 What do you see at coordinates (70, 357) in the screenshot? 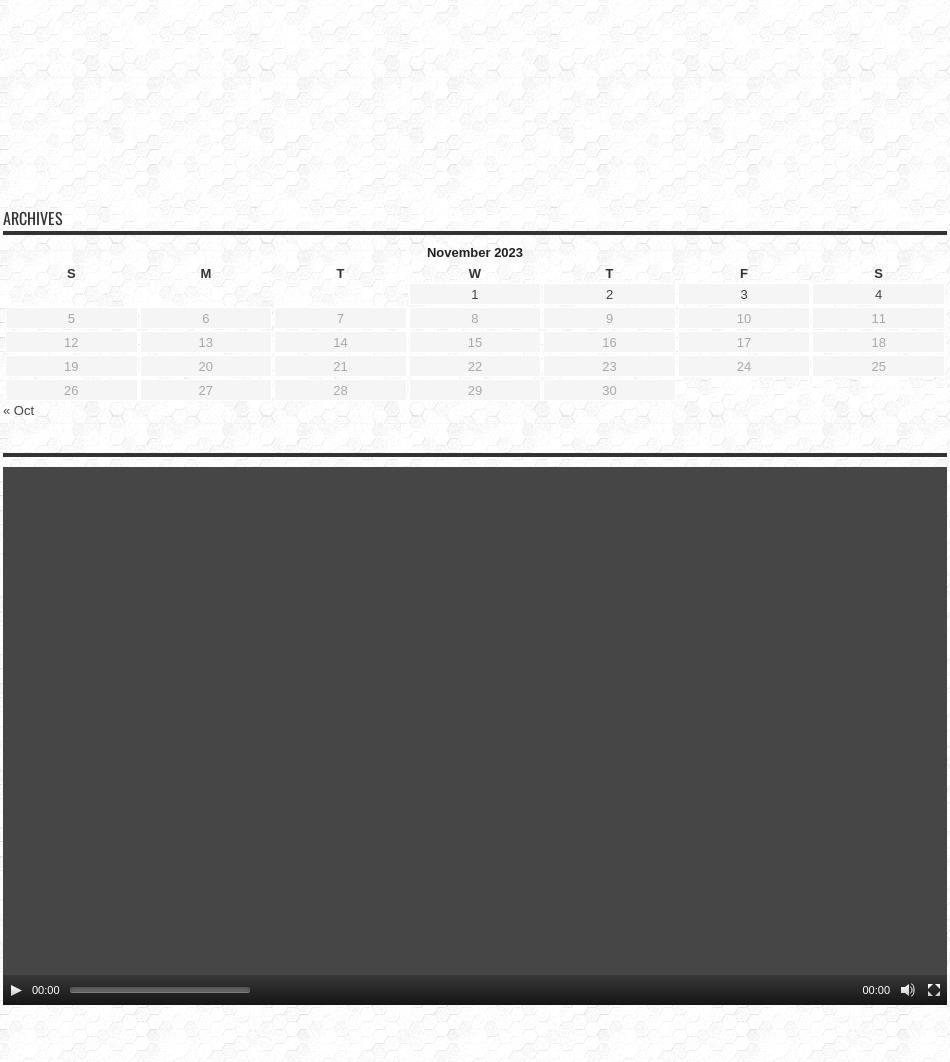
I see `'26'` at bounding box center [70, 357].